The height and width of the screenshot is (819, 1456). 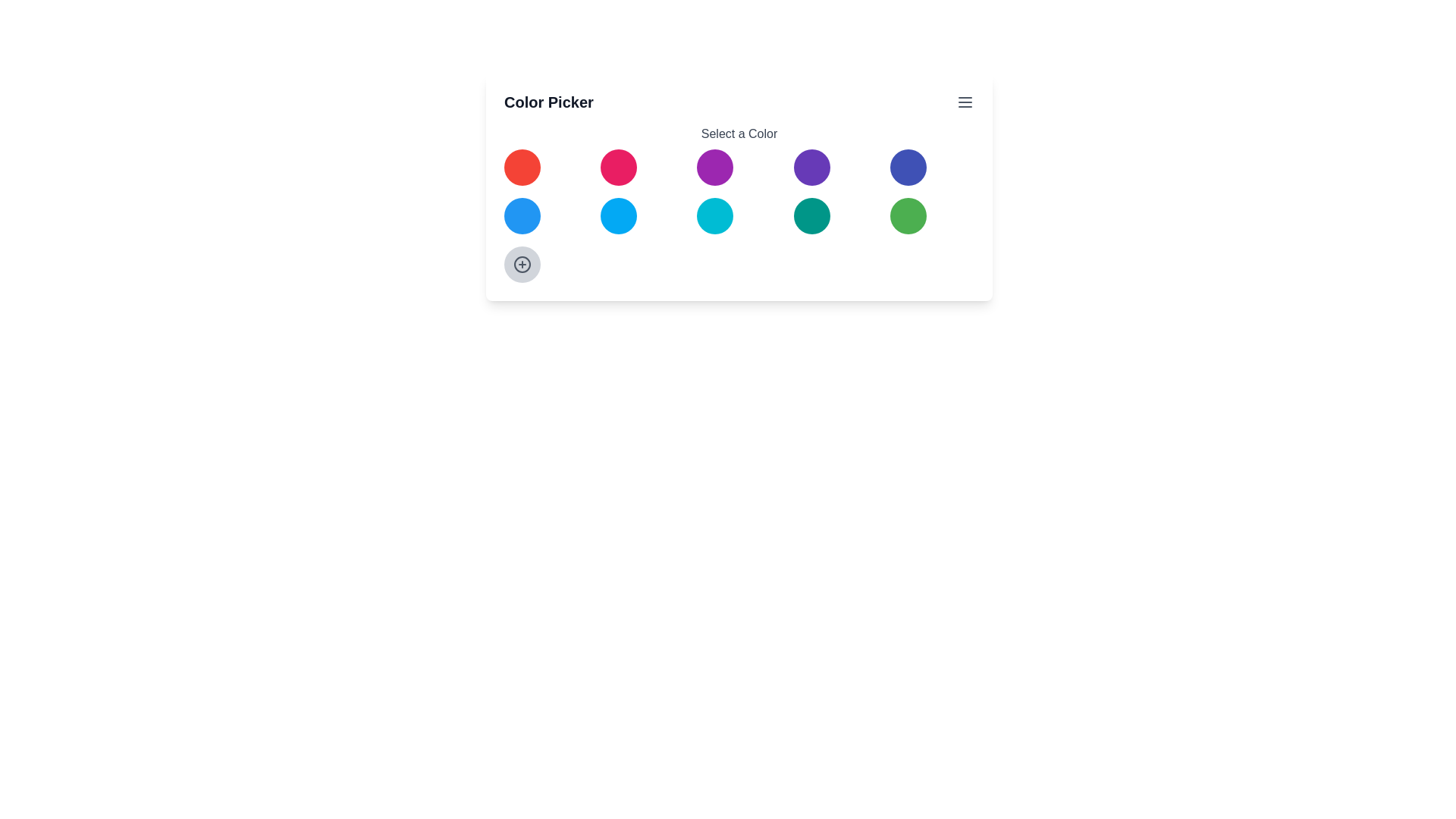 What do you see at coordinates (907, 167) in the screenshot?
I see `the color circle with color indigo` at bounding box center [907, 167].